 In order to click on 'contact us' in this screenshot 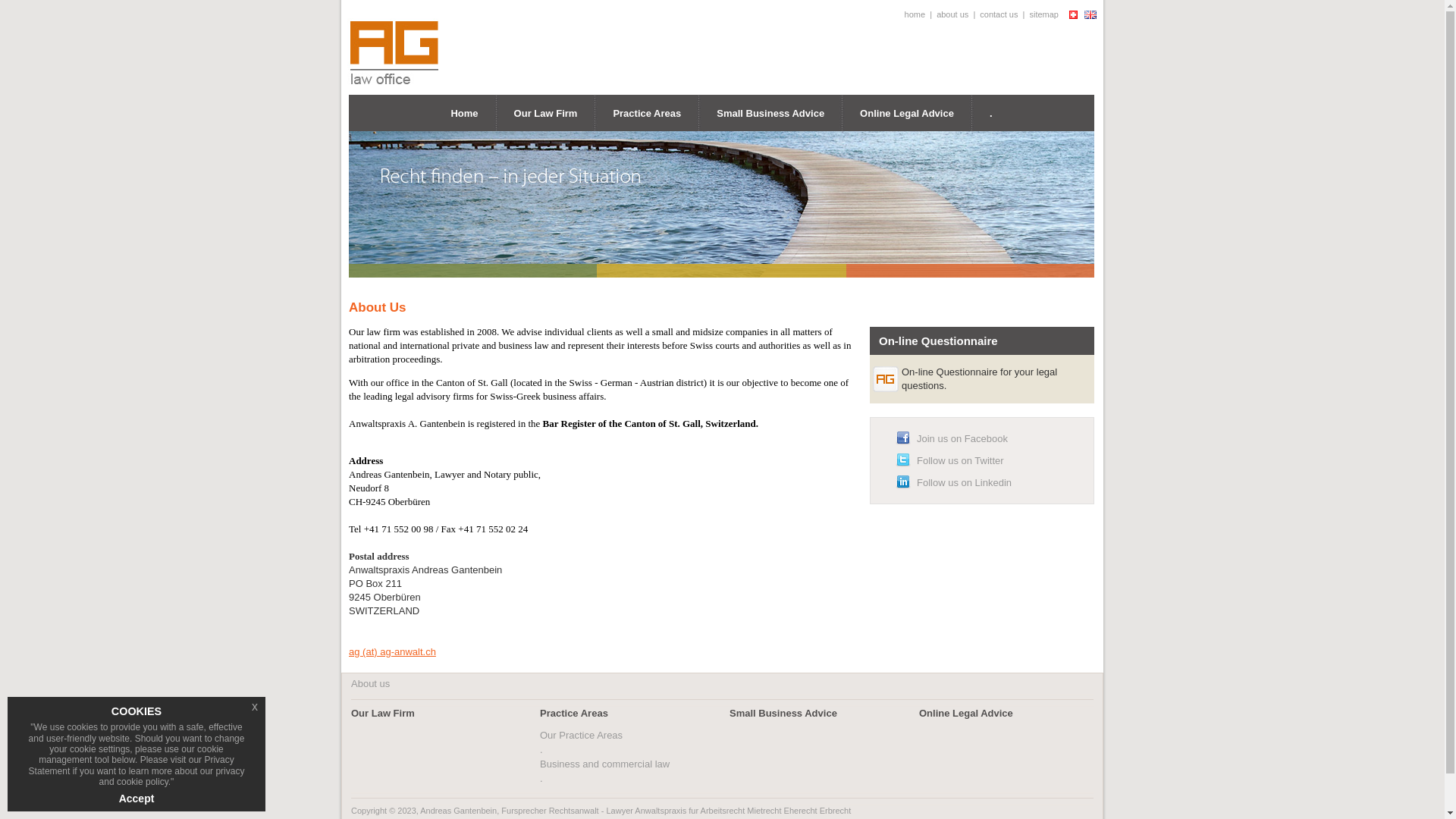, I will do `click(998, 14)`.